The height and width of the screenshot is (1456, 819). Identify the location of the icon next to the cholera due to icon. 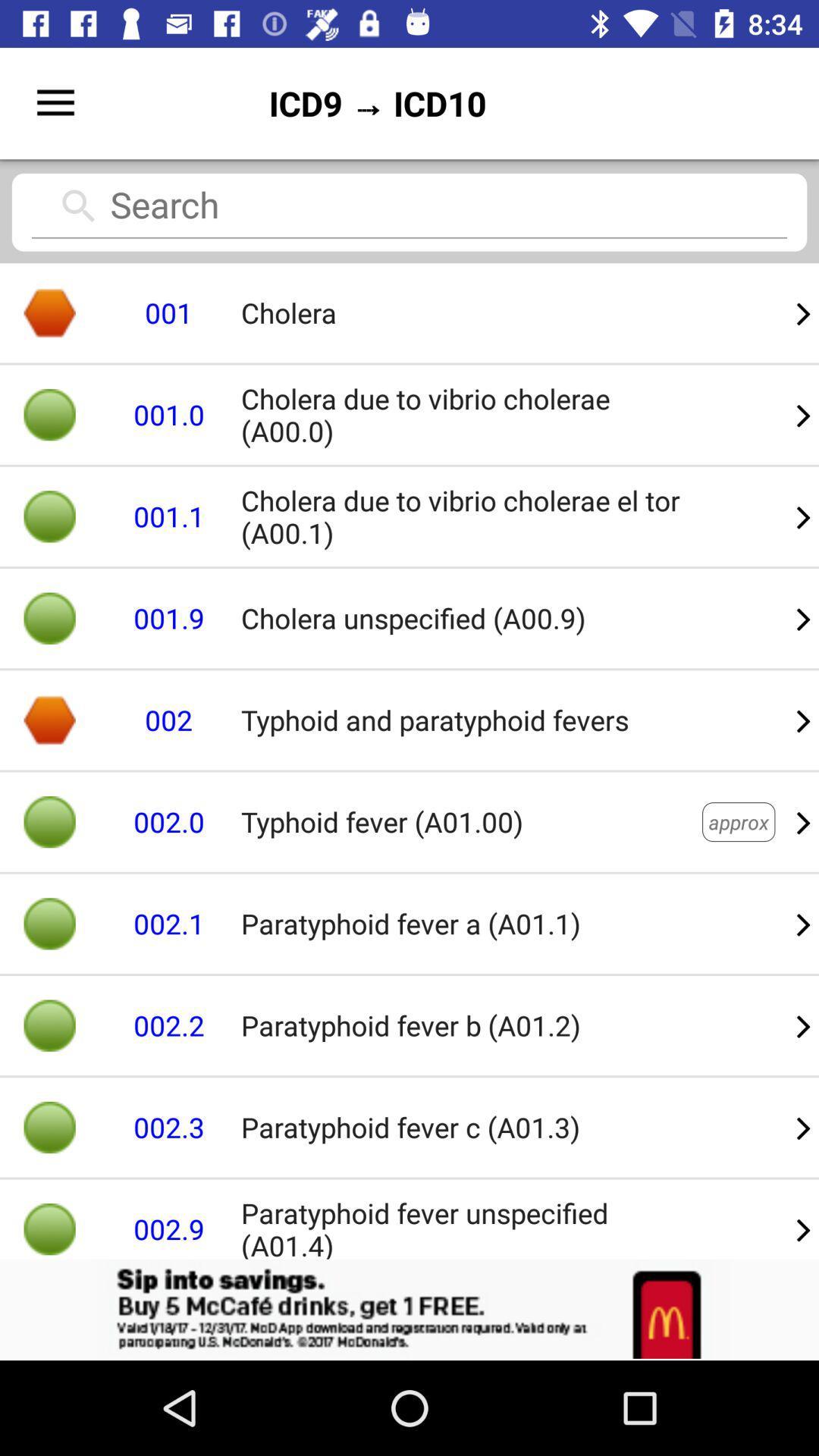
(803, 618).